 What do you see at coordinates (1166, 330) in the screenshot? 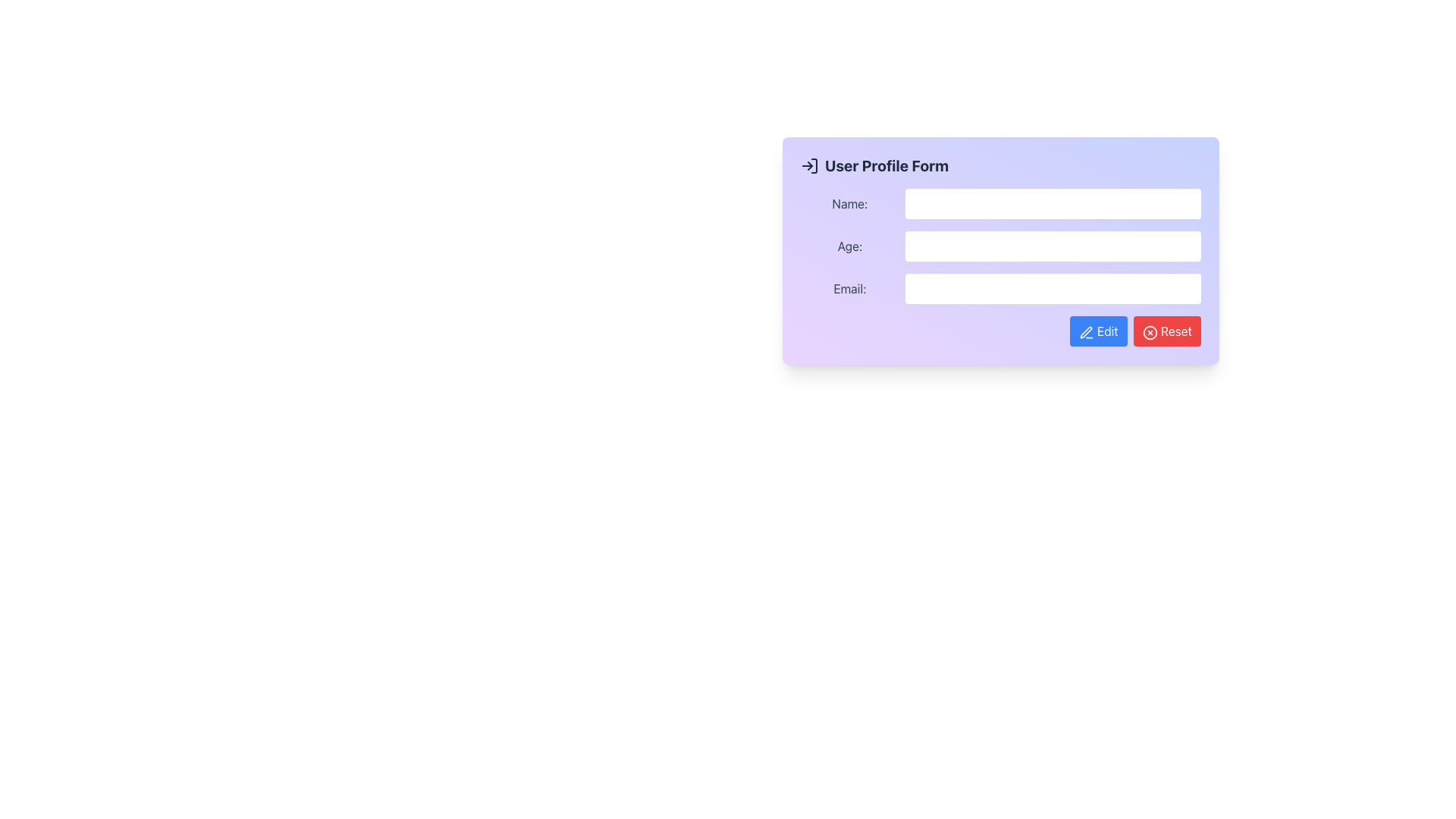
I see `the 'Reset' button located at the bottom-right corner of the form` at bounding box center [1166, 330].